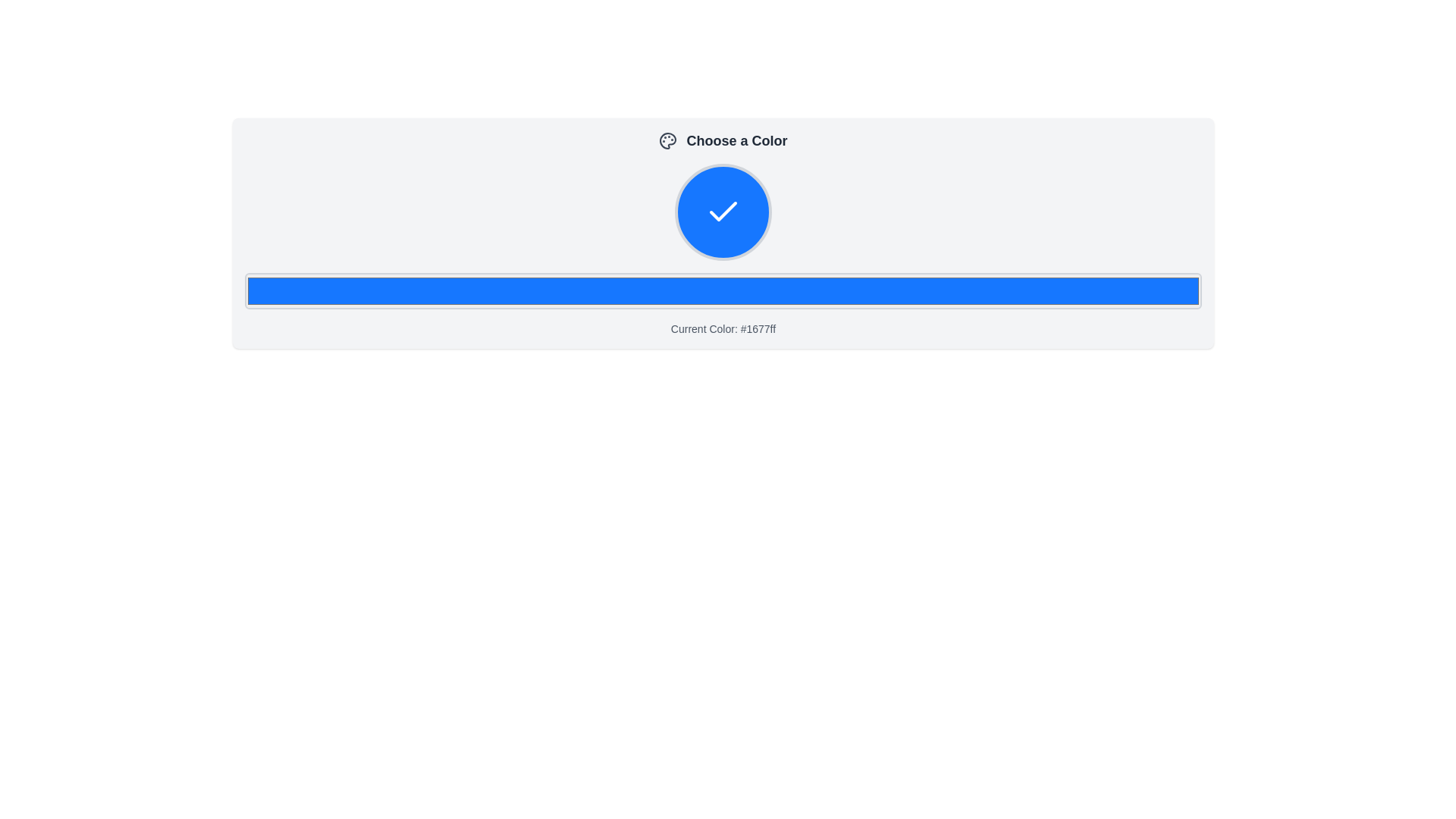 This screenshot has width=1456, height=819. What do you see at coordinates (723, 212) in the screenshot?
I see `the white checkmark icon inside the blue circular button, which is part of the color selection interface located near the top center of the interface` at bounding box center [723, 212].